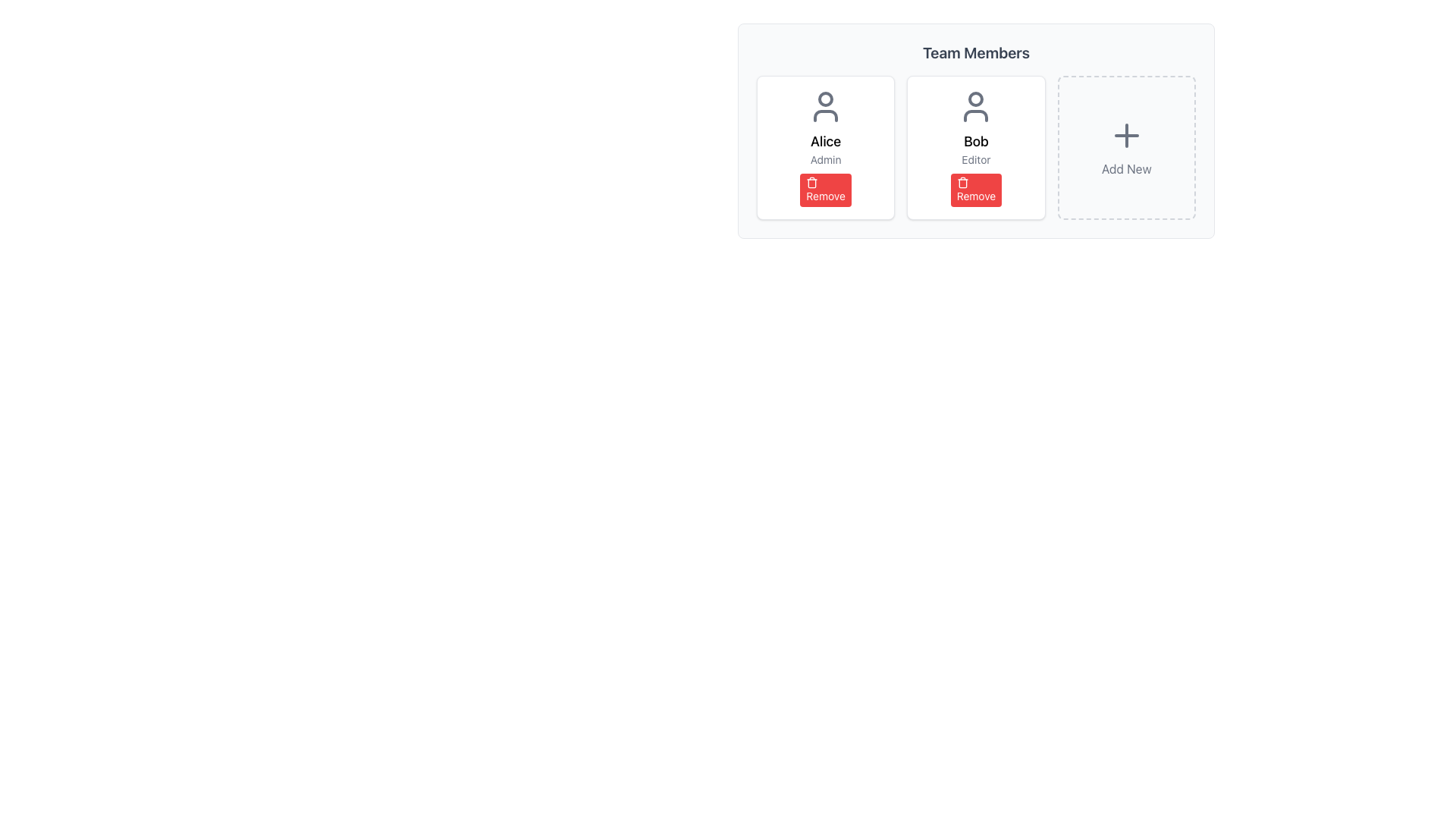 This screenshot has width=1456, height=819. What do you see at coordinates (976, 189) in the screenshot?
I see `the red 'Remove' button with a trash bin icon located at the bottom of the information card for 'Bob'` at bounding box center [976, 189].